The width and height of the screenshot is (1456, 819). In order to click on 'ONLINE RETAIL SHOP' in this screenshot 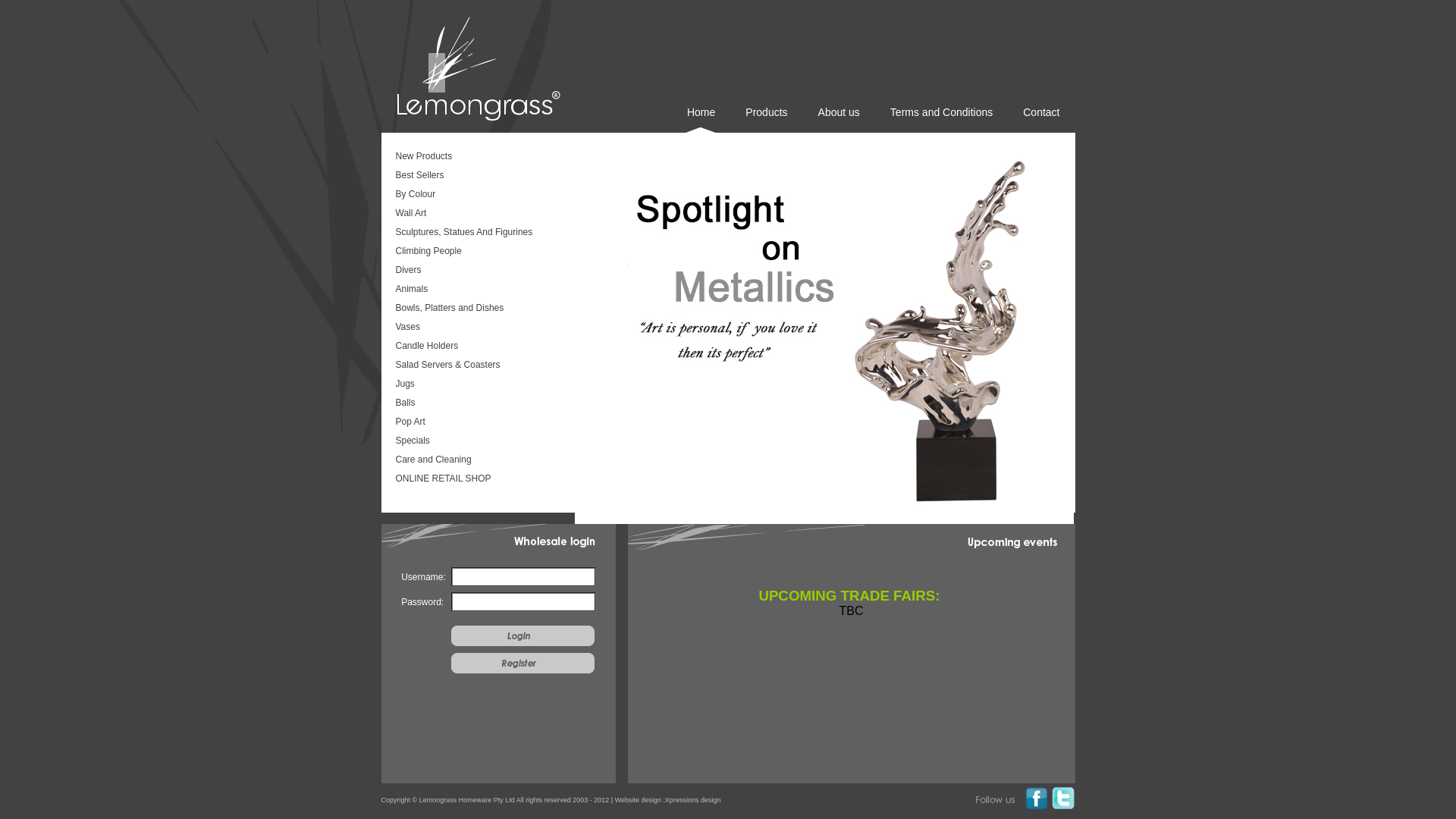, I will do `click(475, 479)`.